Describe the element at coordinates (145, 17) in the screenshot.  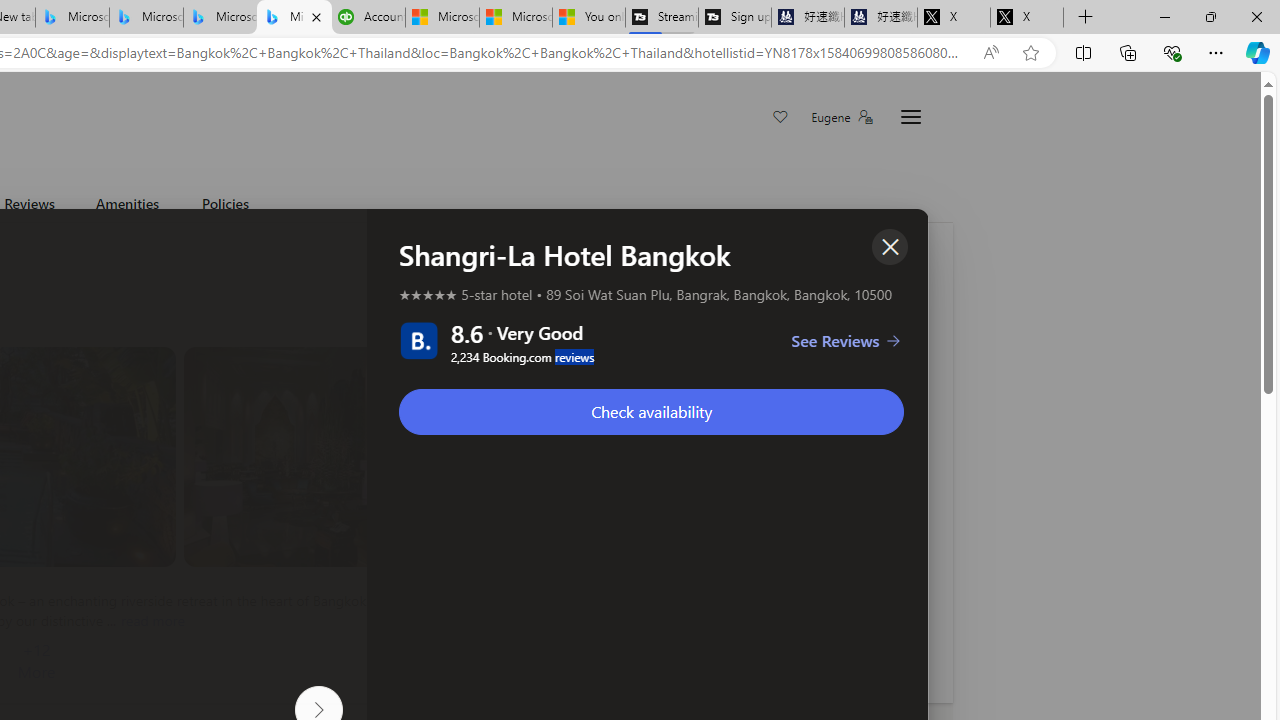
I see `'Microsoft Bing Travel - Stays in Bangkok, Bangkok, Thailand'` at that location.